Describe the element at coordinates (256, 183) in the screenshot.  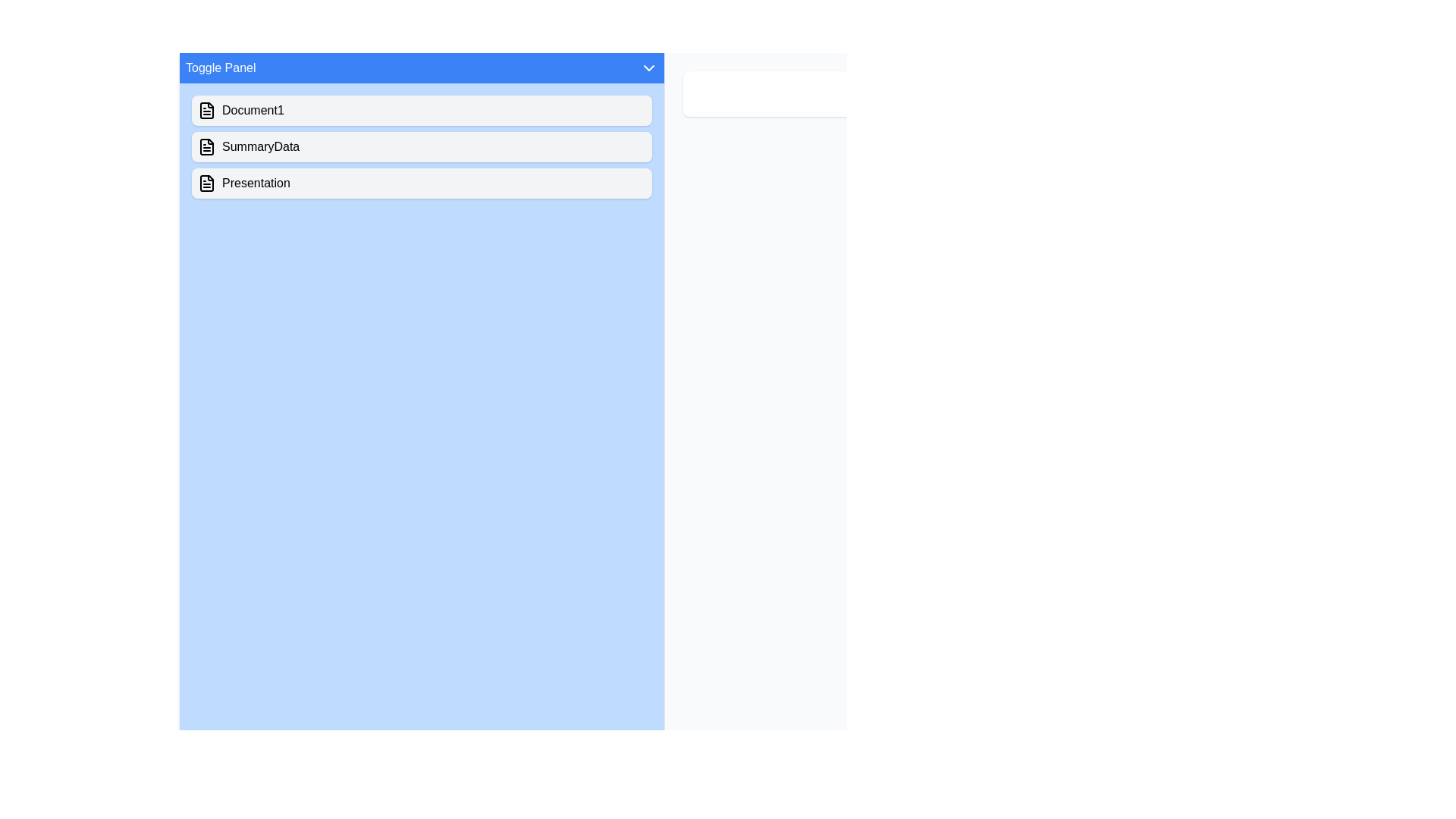
I see `the third text label in the vertical list that represents an item, located under a rounded card, following 'Document1' and 'SummaryData'` at that location.